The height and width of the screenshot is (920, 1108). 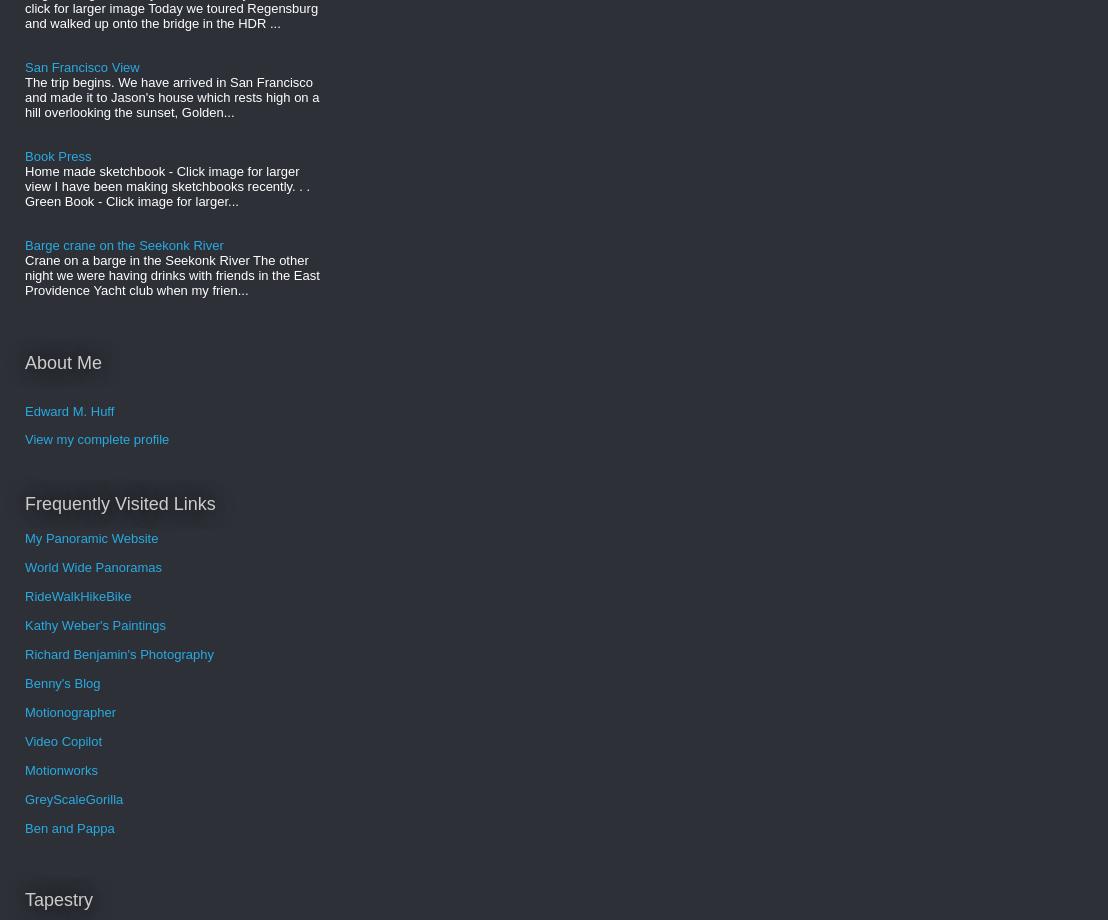 What do you see at coordinates (25, 185) in the screenshot?
I see `'Home made sketchbook - Click image for larger view     I have been making sketchbooks recently. . .    Green Book - Click image for larger...'` at bounding box center [25, 185].